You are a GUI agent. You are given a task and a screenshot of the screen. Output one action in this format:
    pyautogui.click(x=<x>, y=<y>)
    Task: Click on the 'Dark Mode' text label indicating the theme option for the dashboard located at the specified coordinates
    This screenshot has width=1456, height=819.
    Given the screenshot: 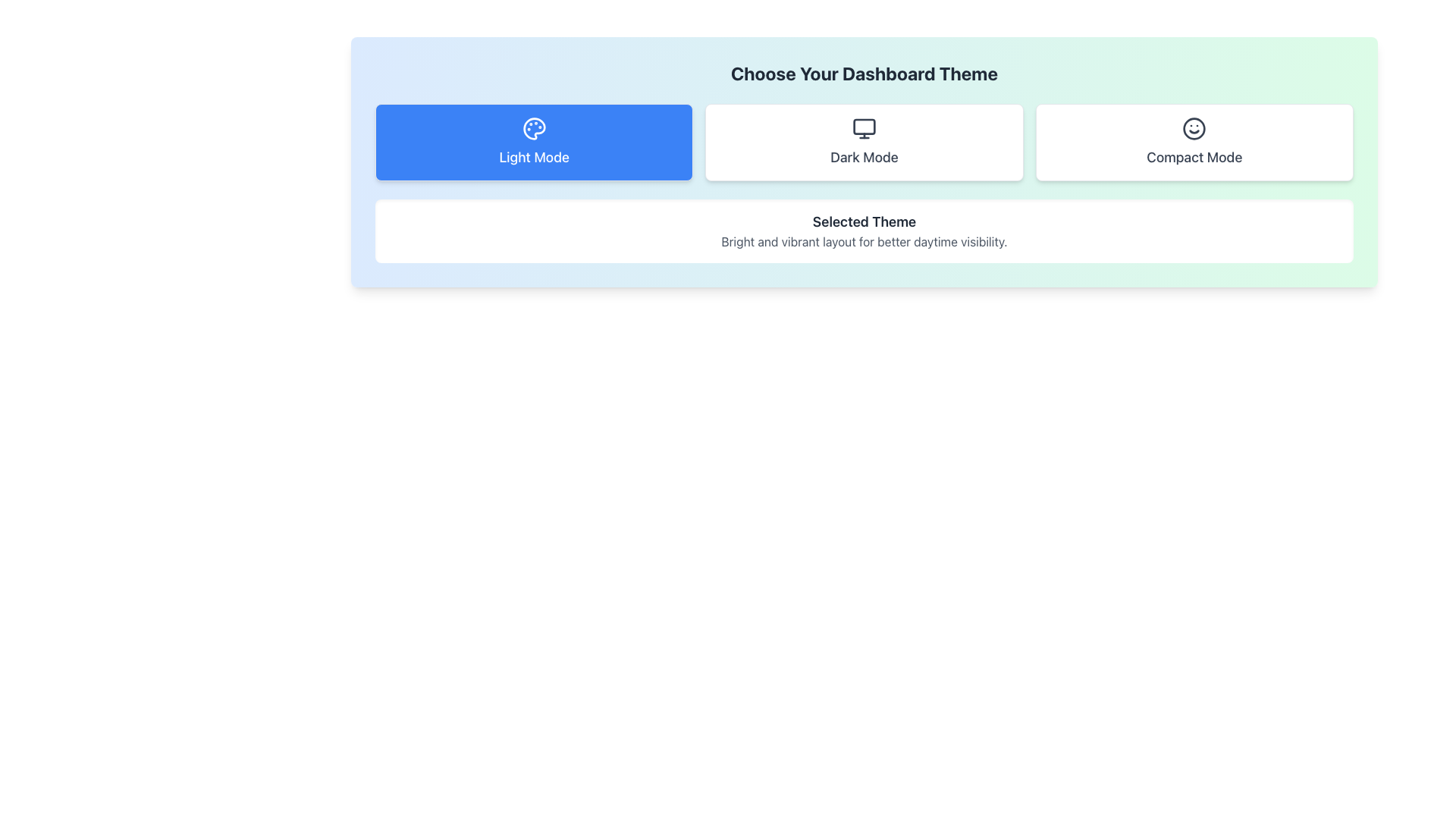 What is the action you would take?
    pyautogui.click(x=864, y=158)
    